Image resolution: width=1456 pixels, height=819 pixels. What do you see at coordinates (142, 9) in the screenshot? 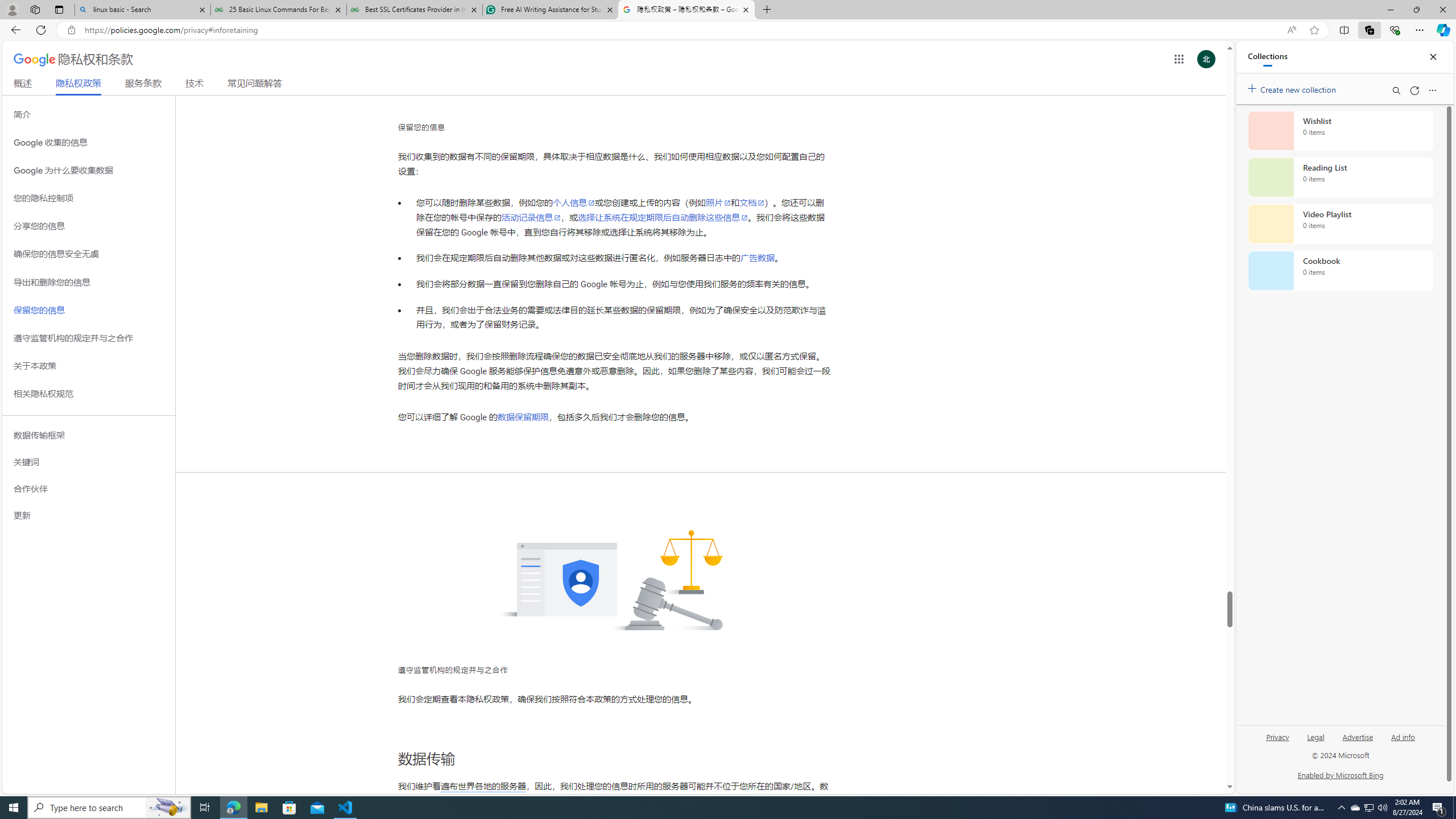
I see `'linux basic - Search'` at bounding box center [142, 9].